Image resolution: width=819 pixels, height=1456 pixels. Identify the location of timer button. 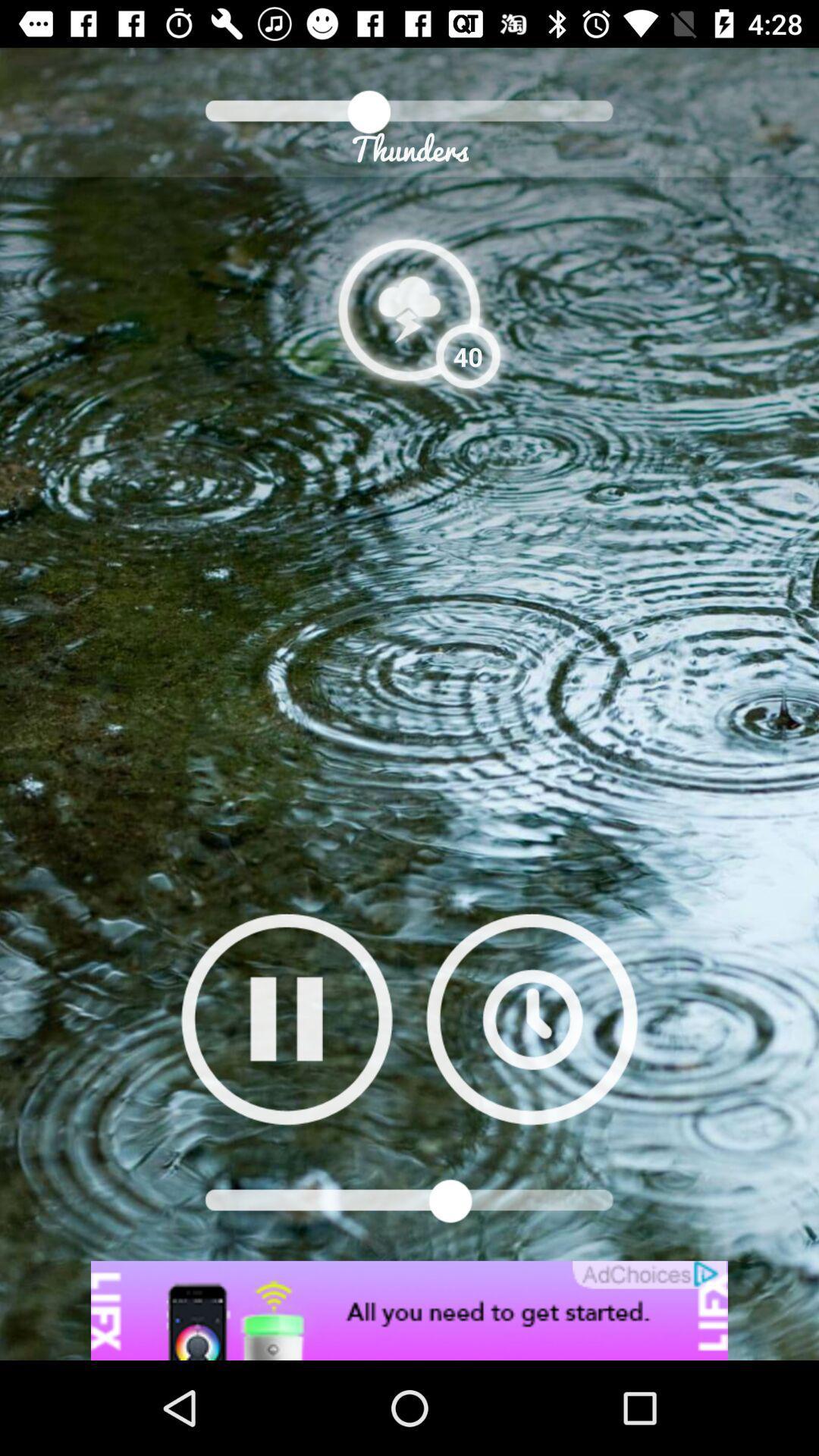
(531, 1018).